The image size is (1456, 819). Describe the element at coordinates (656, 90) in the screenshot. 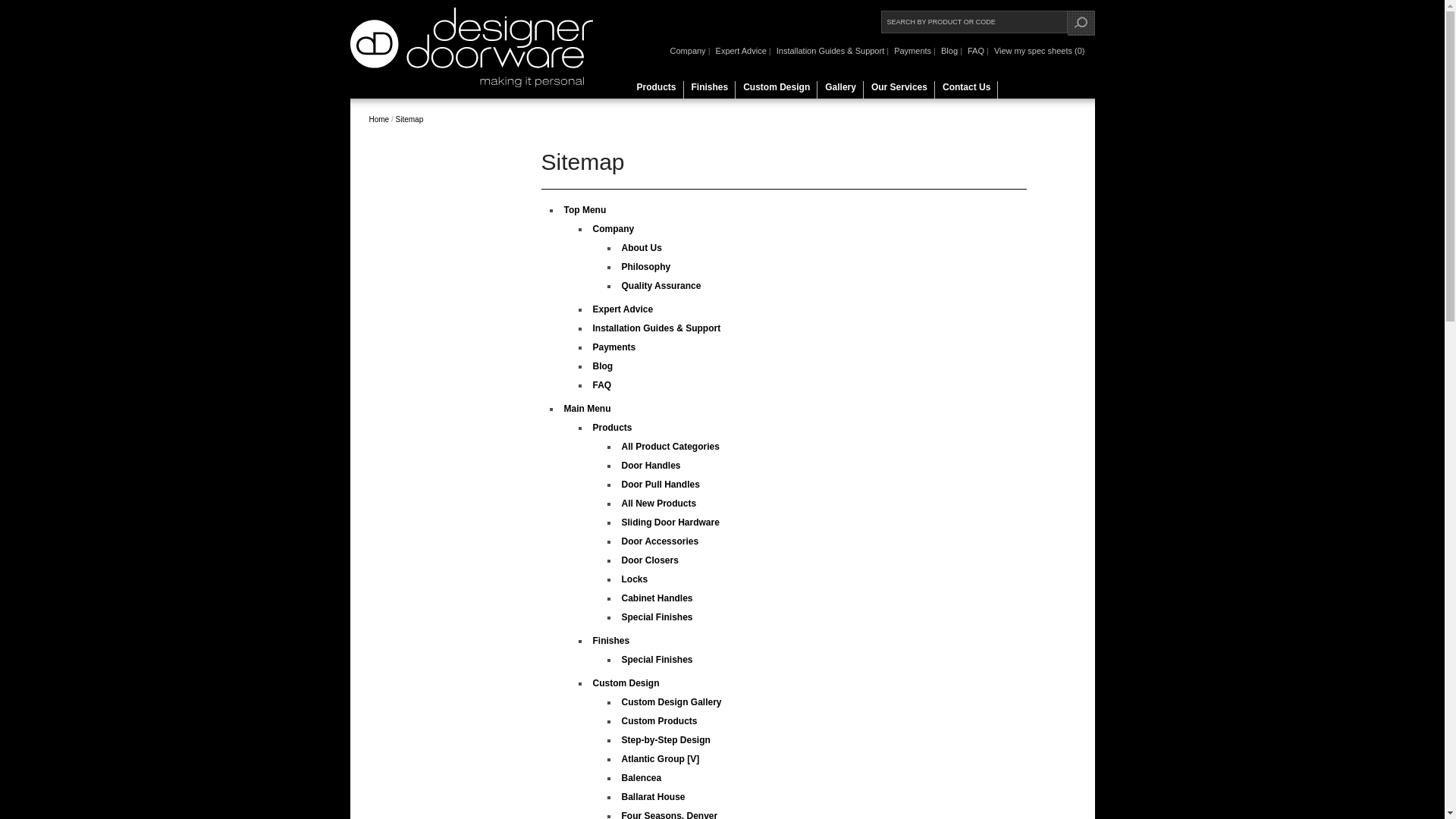

I see `'Products'` at that location.